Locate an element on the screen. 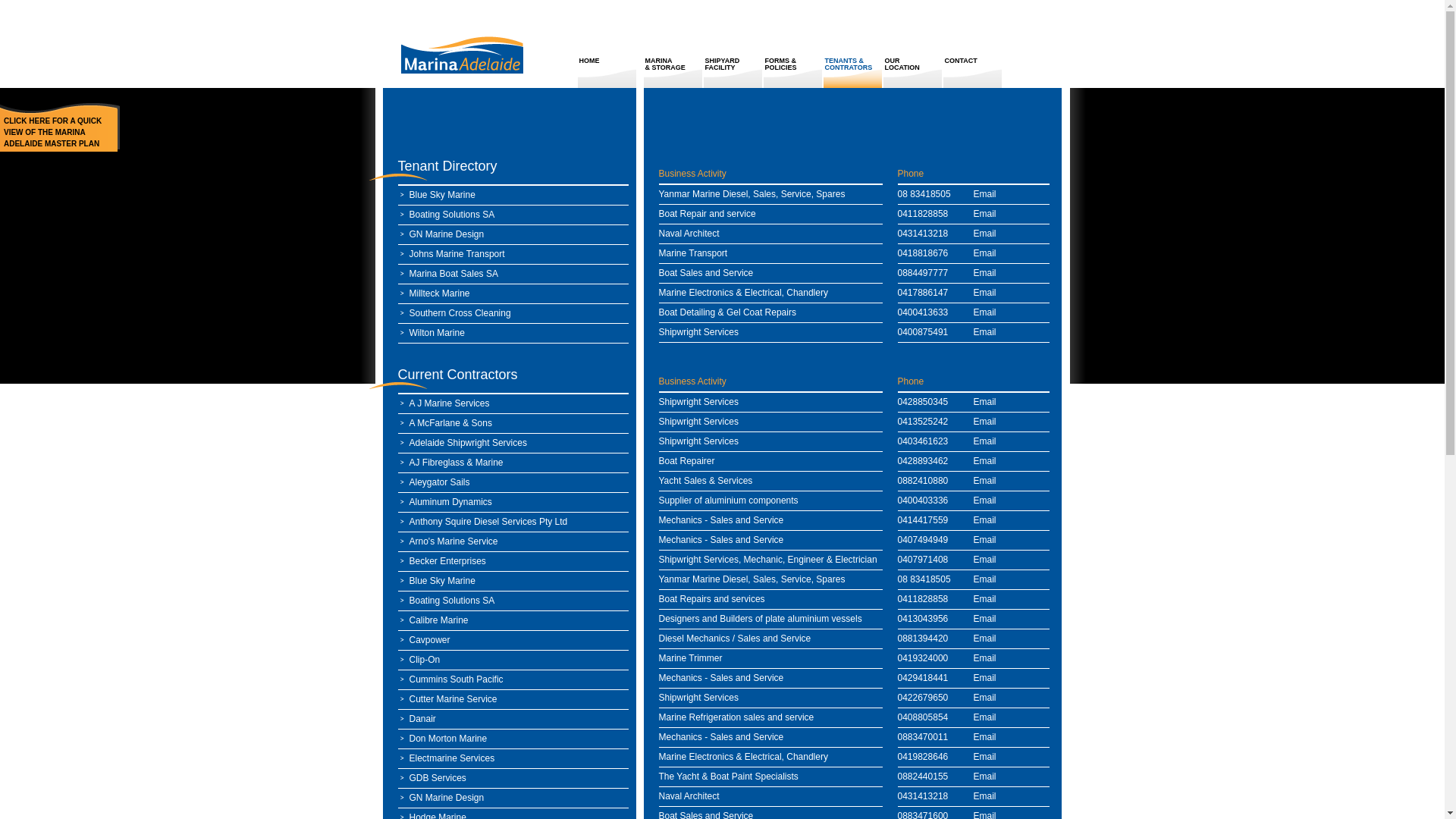 The image size is (1456, 819). 'Email' is located at coordinates (985, 312).